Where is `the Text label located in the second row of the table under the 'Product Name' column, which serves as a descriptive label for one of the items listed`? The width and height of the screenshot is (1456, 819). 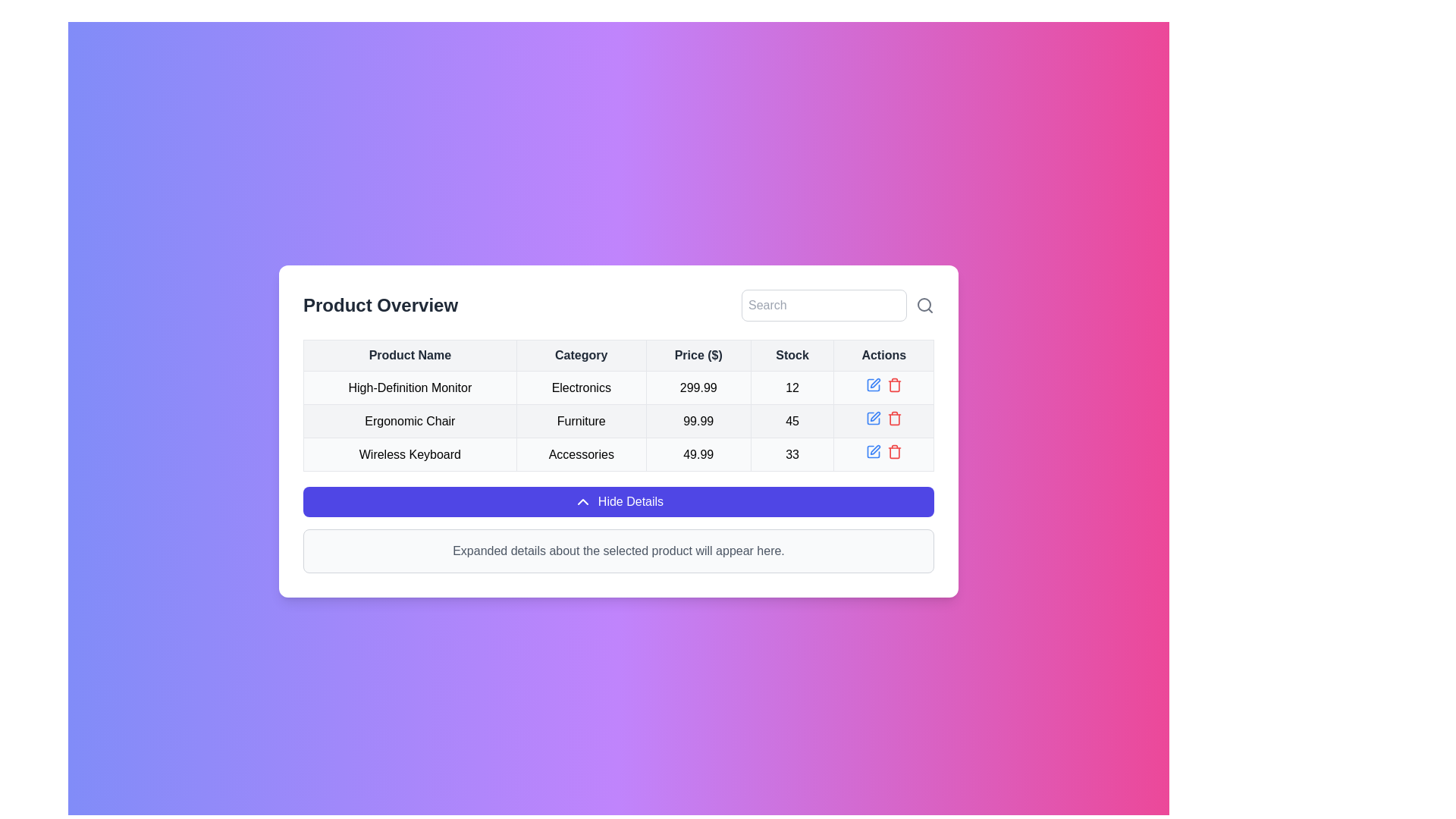 the Text label located in the second row of the table under the 'Product Name' column, which serves as a descriptive label for one of the items listed is located at coordinates (409, 421).